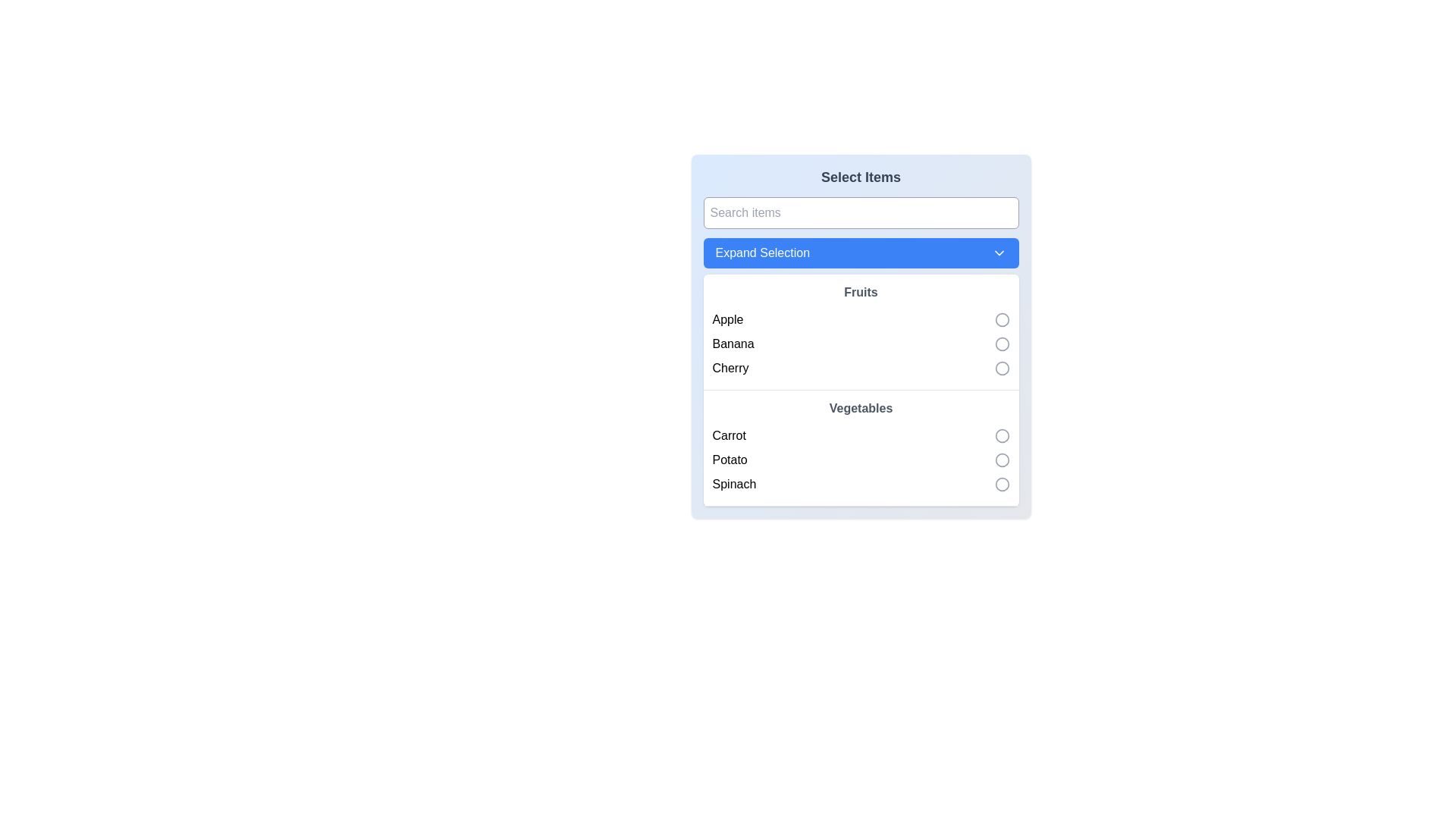  What do you see at coordinates (1002, 344) in the screenshot?
I see `the second radio button for 'Banana' in the 'Fruits' section` at bounding box center [1002, 344].